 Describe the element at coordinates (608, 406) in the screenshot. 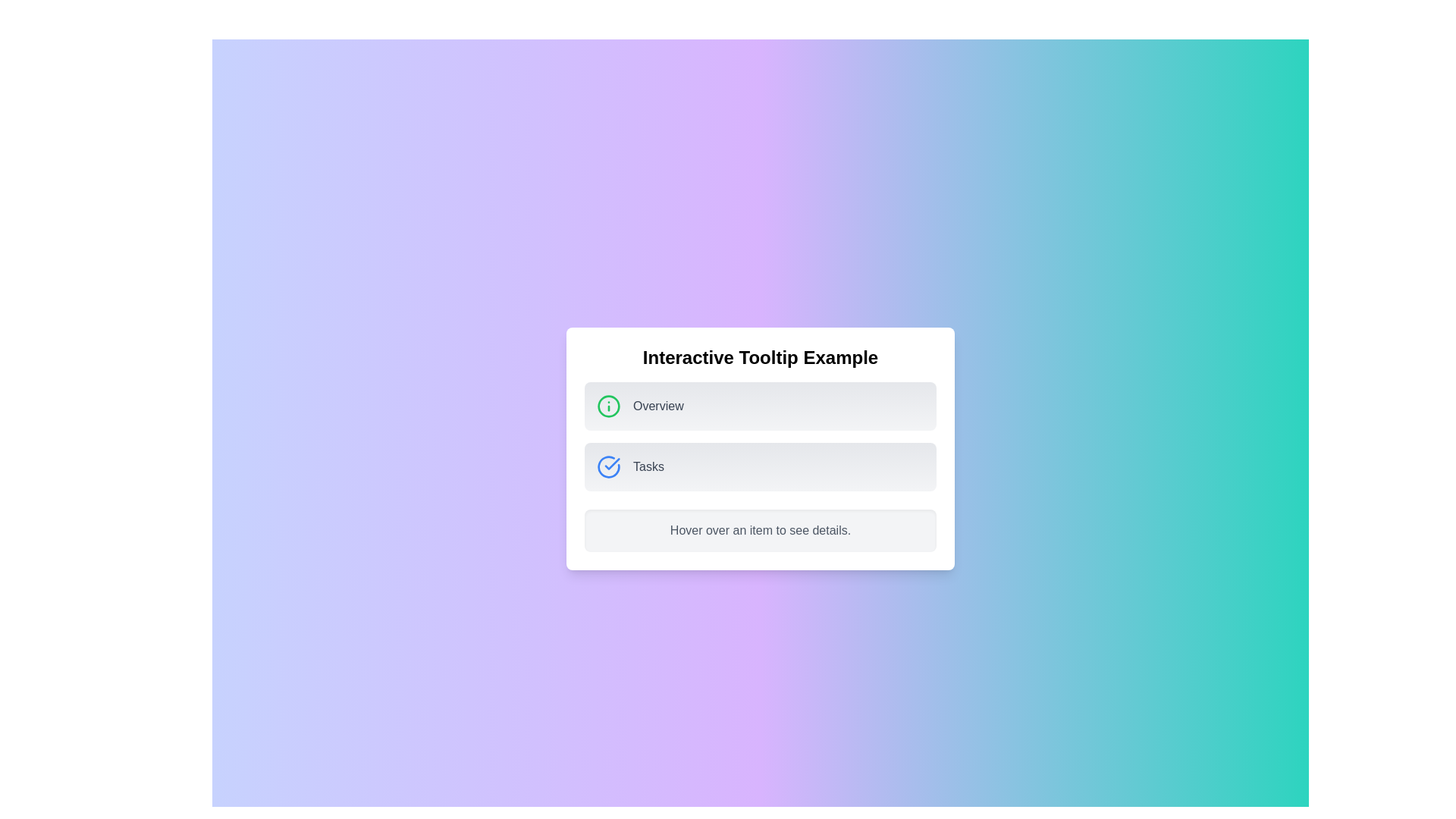

I see `the circular graphical element with a green stroke, which is centrally located within the information icon` at that location.